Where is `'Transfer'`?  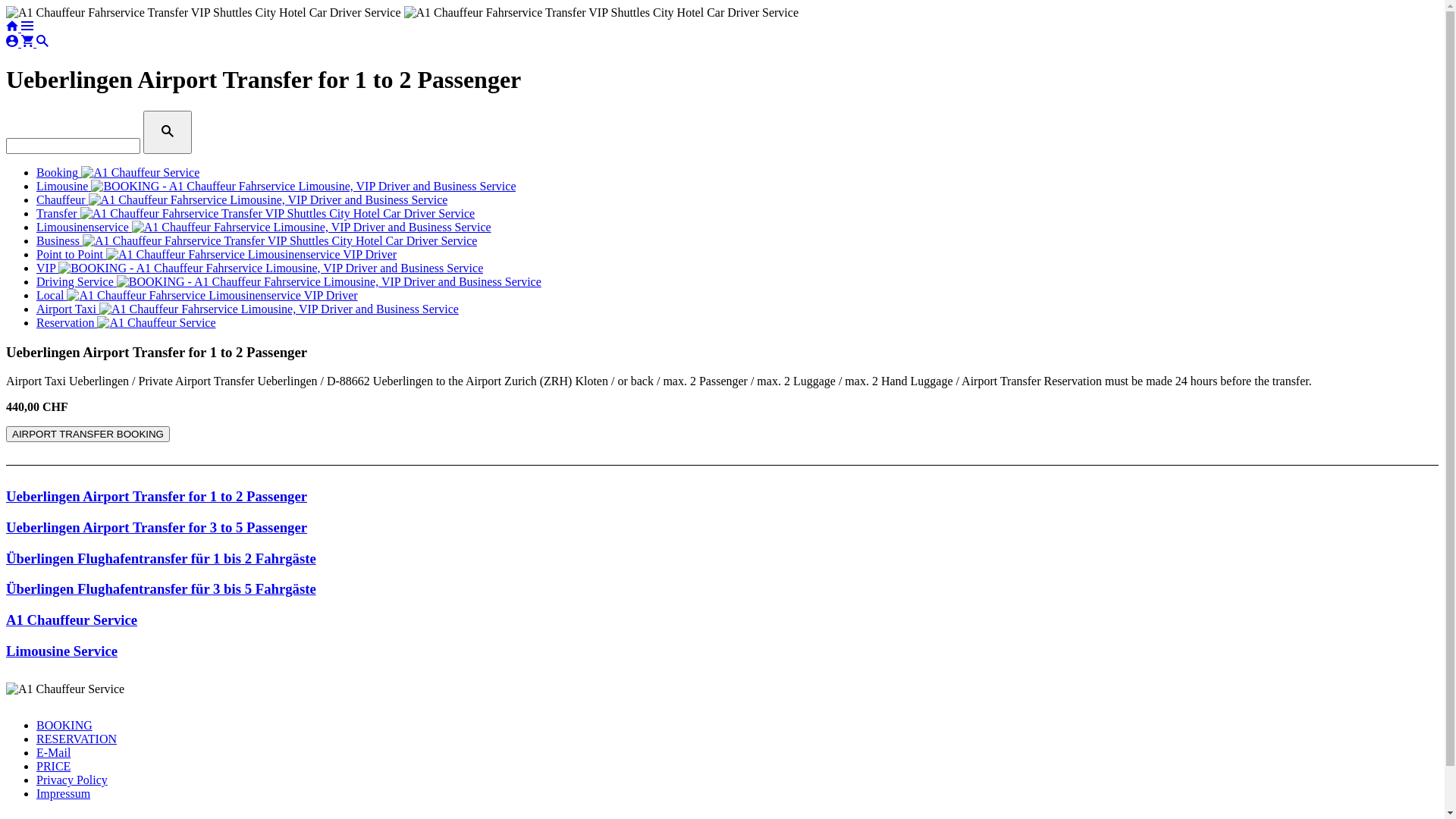 'Transfer' is located at coordinates (36, 213).